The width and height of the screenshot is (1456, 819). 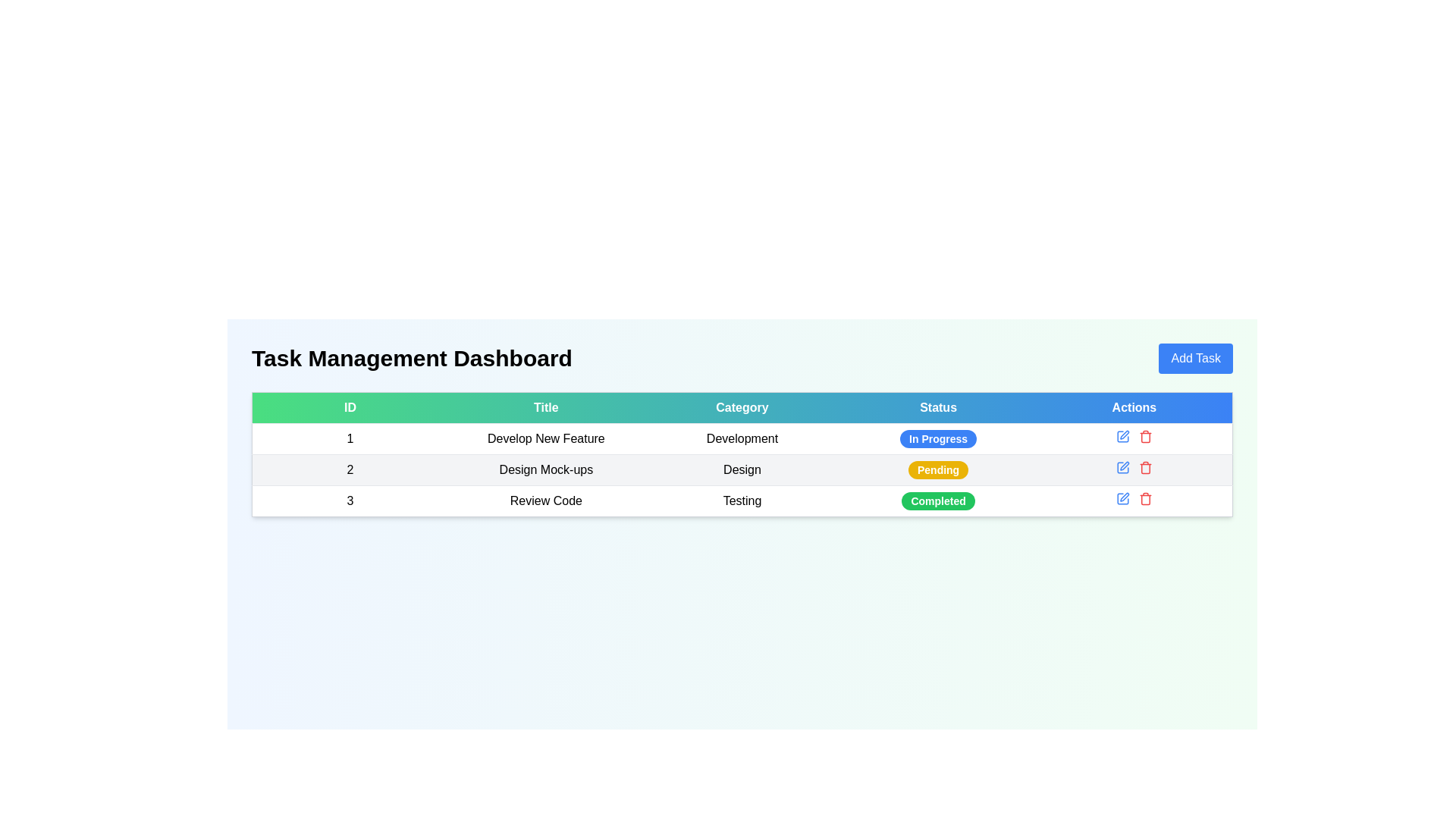 I want to click on the red trash icon in the Actions column of the third row, so click(x=1145, y=436).